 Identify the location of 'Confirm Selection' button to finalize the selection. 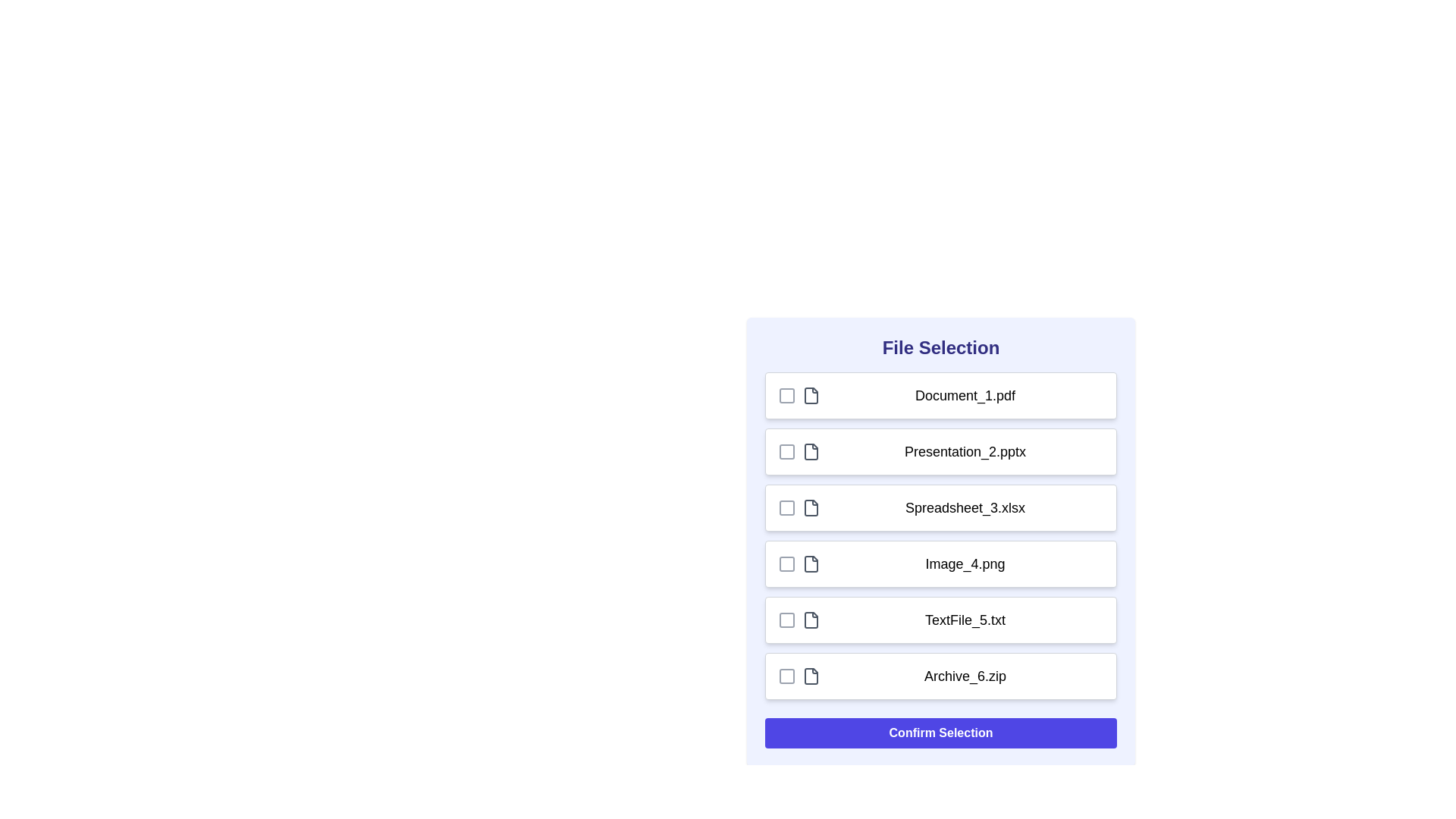
(940, 733).